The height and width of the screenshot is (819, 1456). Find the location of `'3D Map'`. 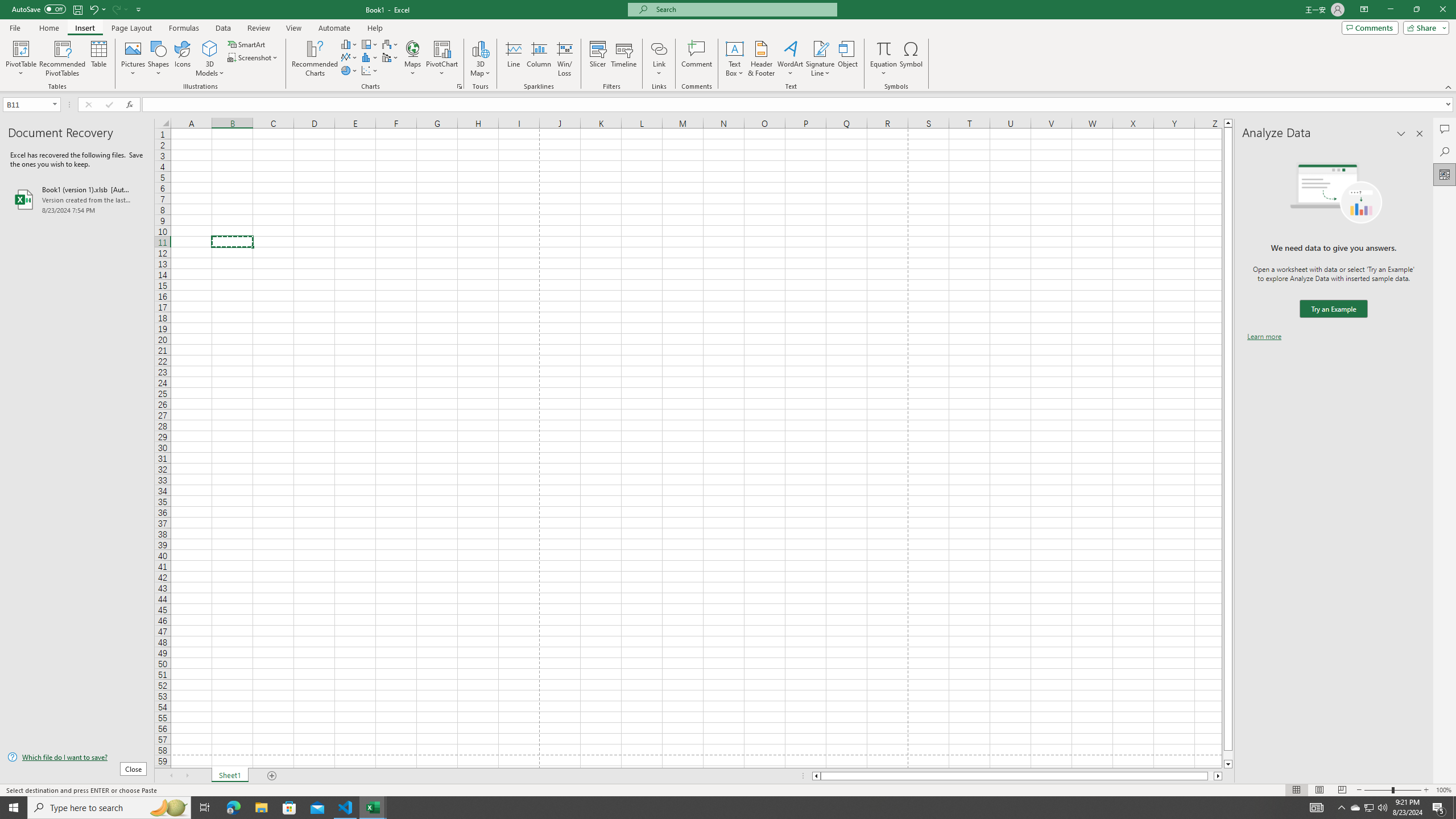

'3D Map' is located at coordinates (479, 59).